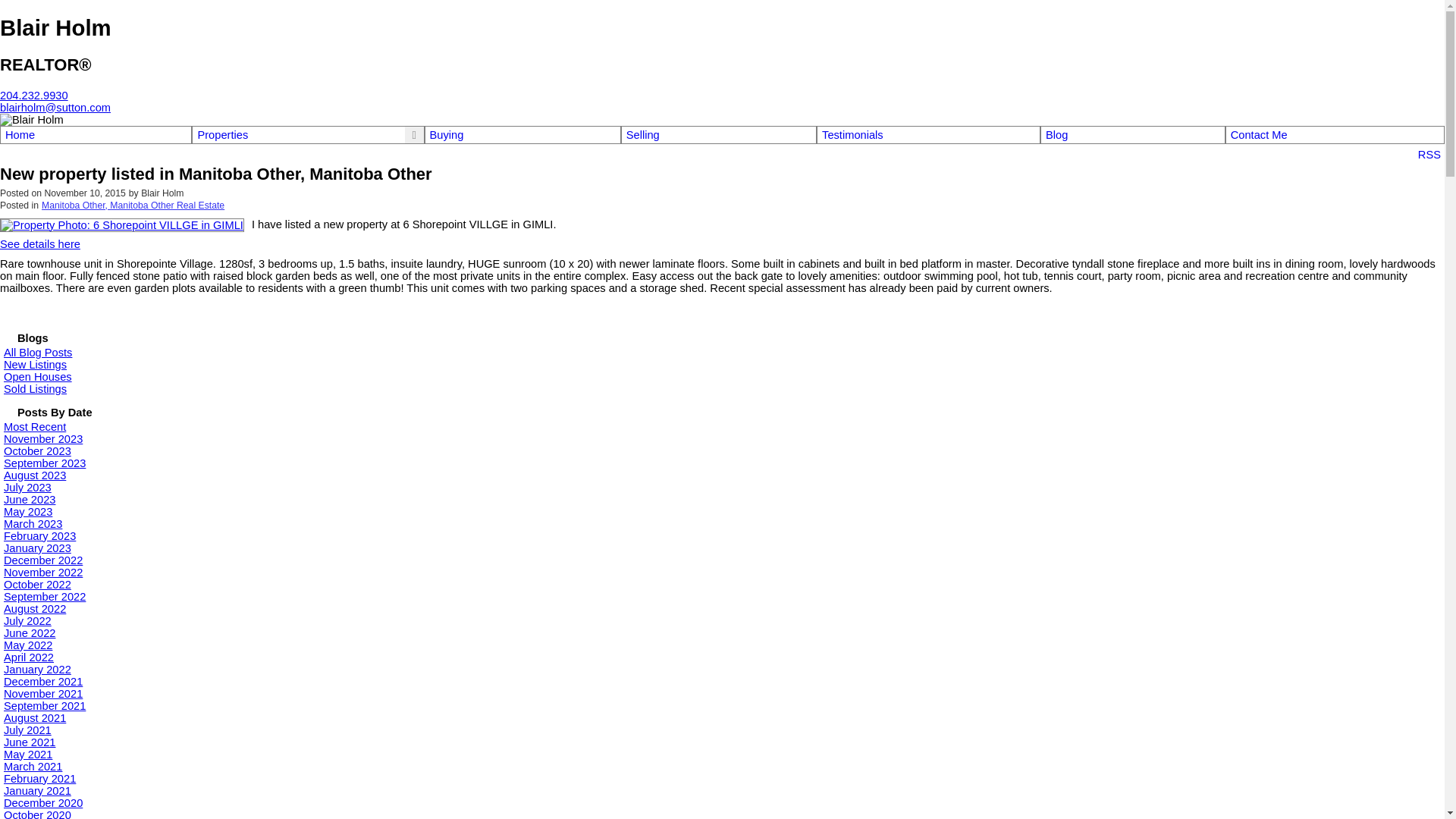  Describe the element at coordinates (44, 462) in the screenshot. I see `'September 2023'` at that location.